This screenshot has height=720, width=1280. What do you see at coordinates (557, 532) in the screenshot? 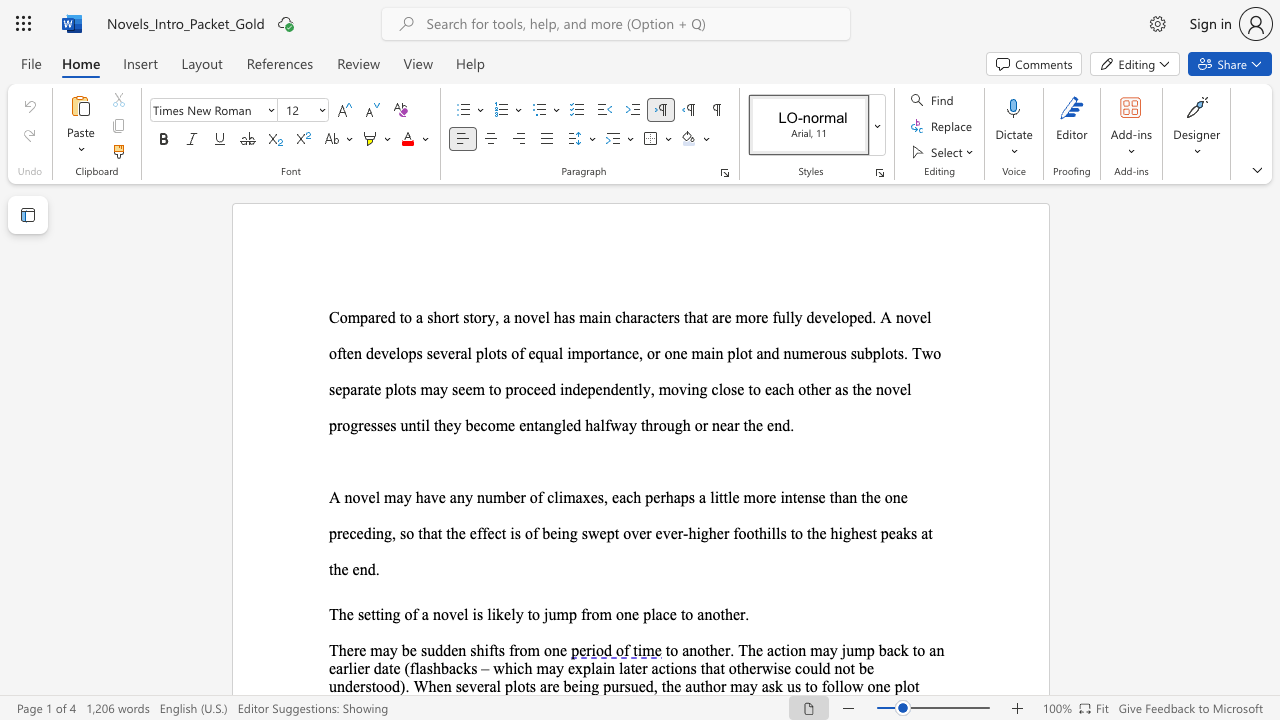
I see `the subset text "ing swept over ever-higher footh" within the text "little more intense than the one preceding, so that the effect is of being swept over ever-higher foothills to the highest peaks at the end."` at bounding box center [557, 532].